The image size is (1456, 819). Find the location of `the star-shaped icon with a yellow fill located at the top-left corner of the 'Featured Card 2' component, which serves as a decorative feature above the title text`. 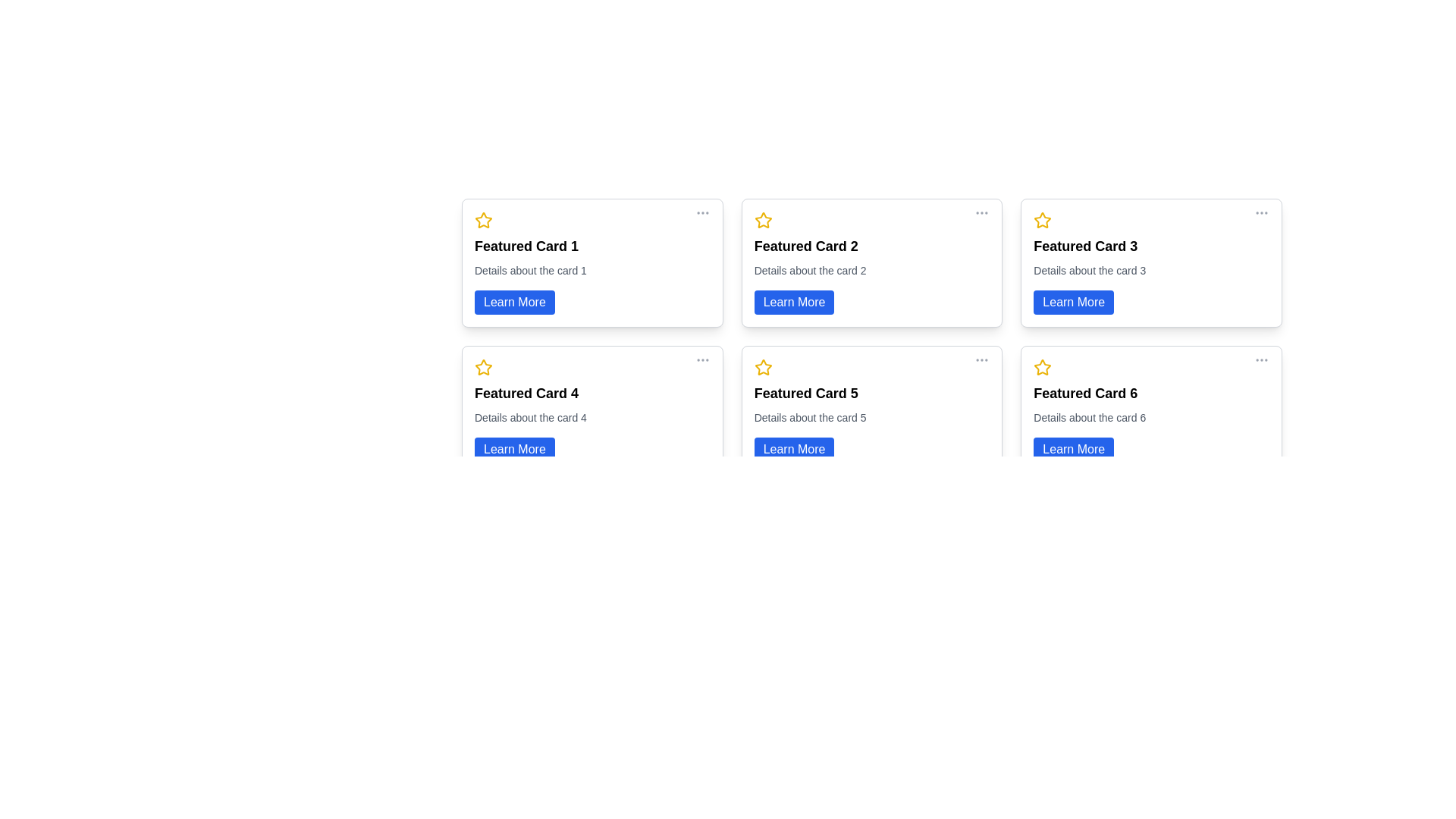

the star-shaped icon with a yellow fill located at the top-left corner of the 'Featured Card 2' component, which serves as a decorative feature above the title text is located at coordinates (763, 220).